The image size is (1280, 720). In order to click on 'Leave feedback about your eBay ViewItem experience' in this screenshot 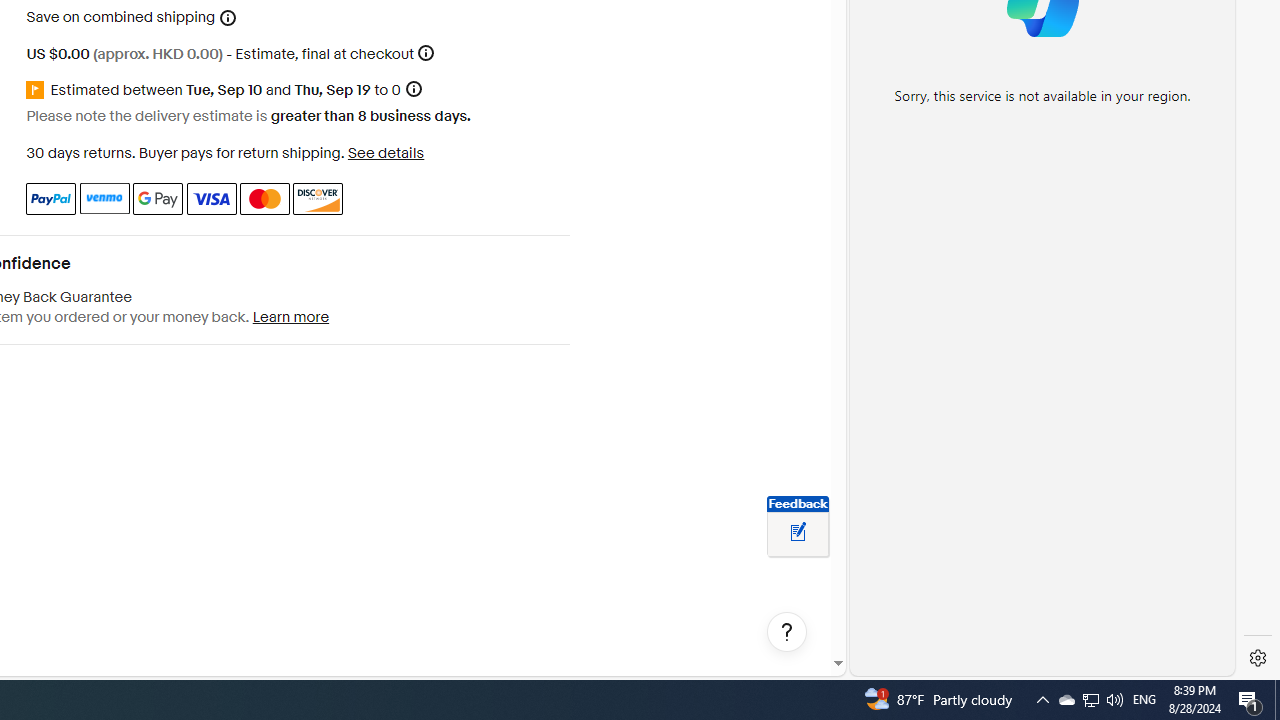, I will do `click(797, 532)`.